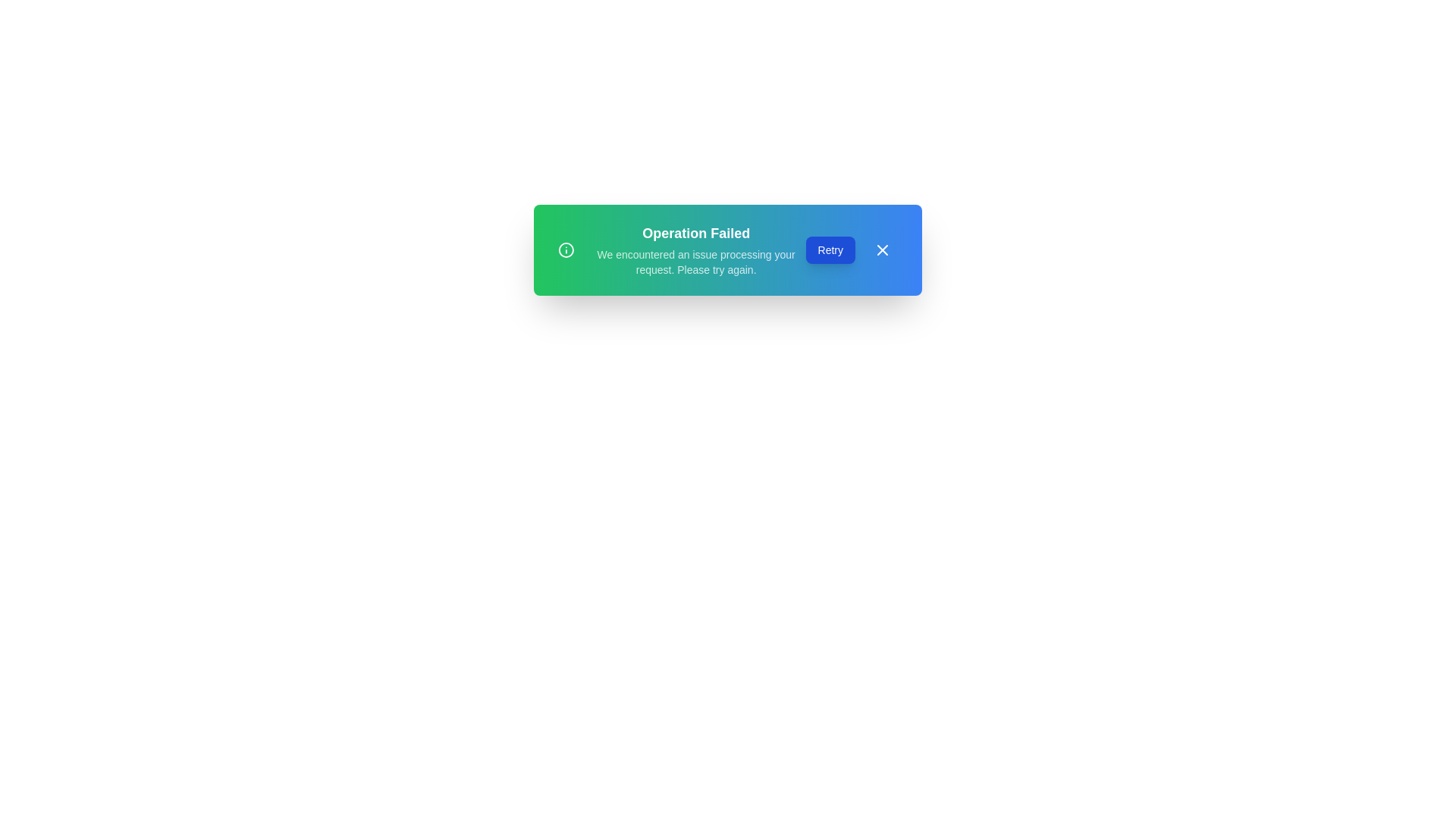  What do you see at coordinates (829, 249) in the screenshot?
I see `the 'Retry' button to attempt the action again` at bounding box center [829, 249].